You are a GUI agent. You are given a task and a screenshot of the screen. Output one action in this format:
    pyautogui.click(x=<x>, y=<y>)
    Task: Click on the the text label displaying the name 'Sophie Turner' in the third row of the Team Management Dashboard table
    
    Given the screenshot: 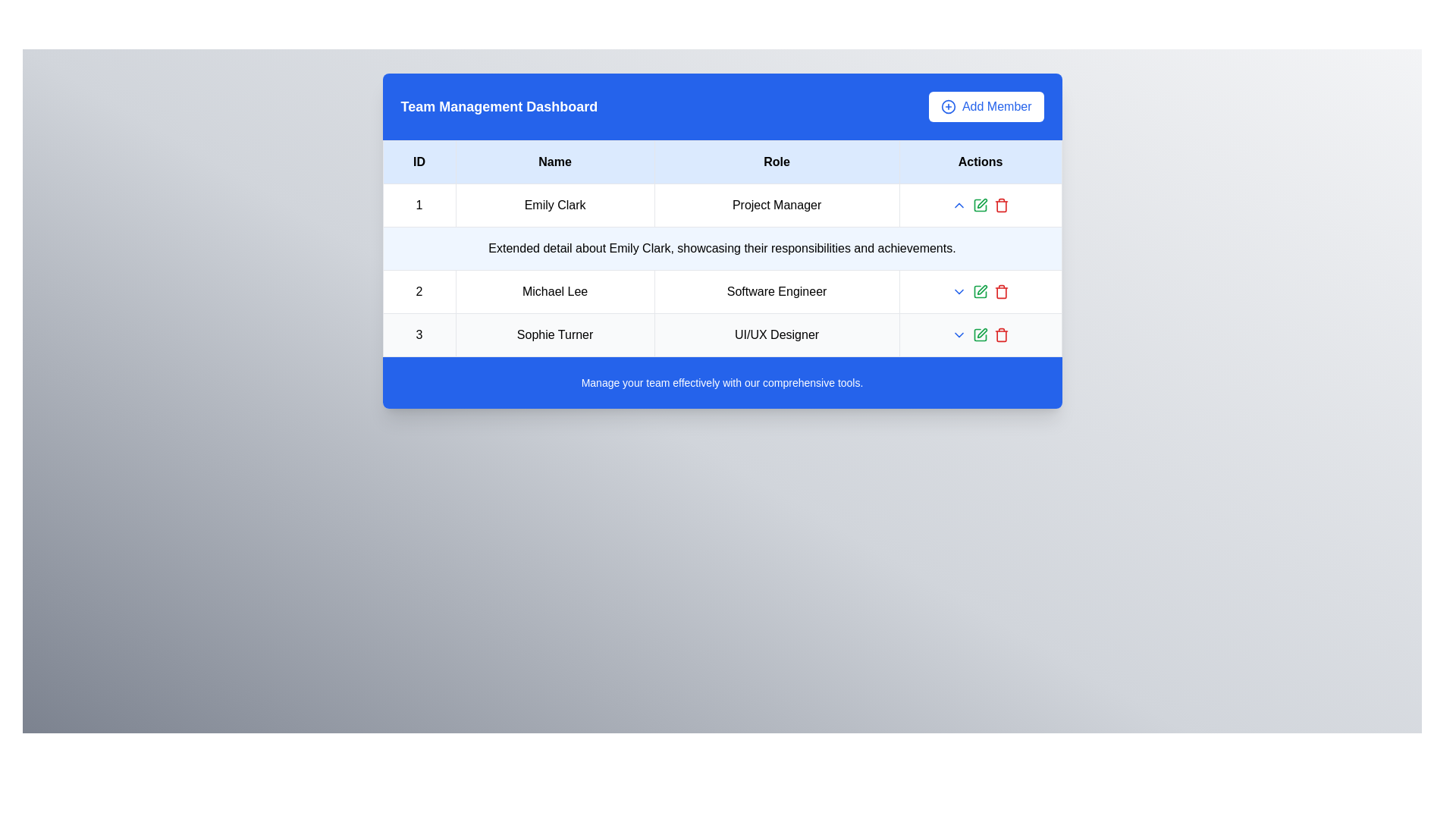 What is the action you would take?
    pyautogui.click(x=554, y=334)
    